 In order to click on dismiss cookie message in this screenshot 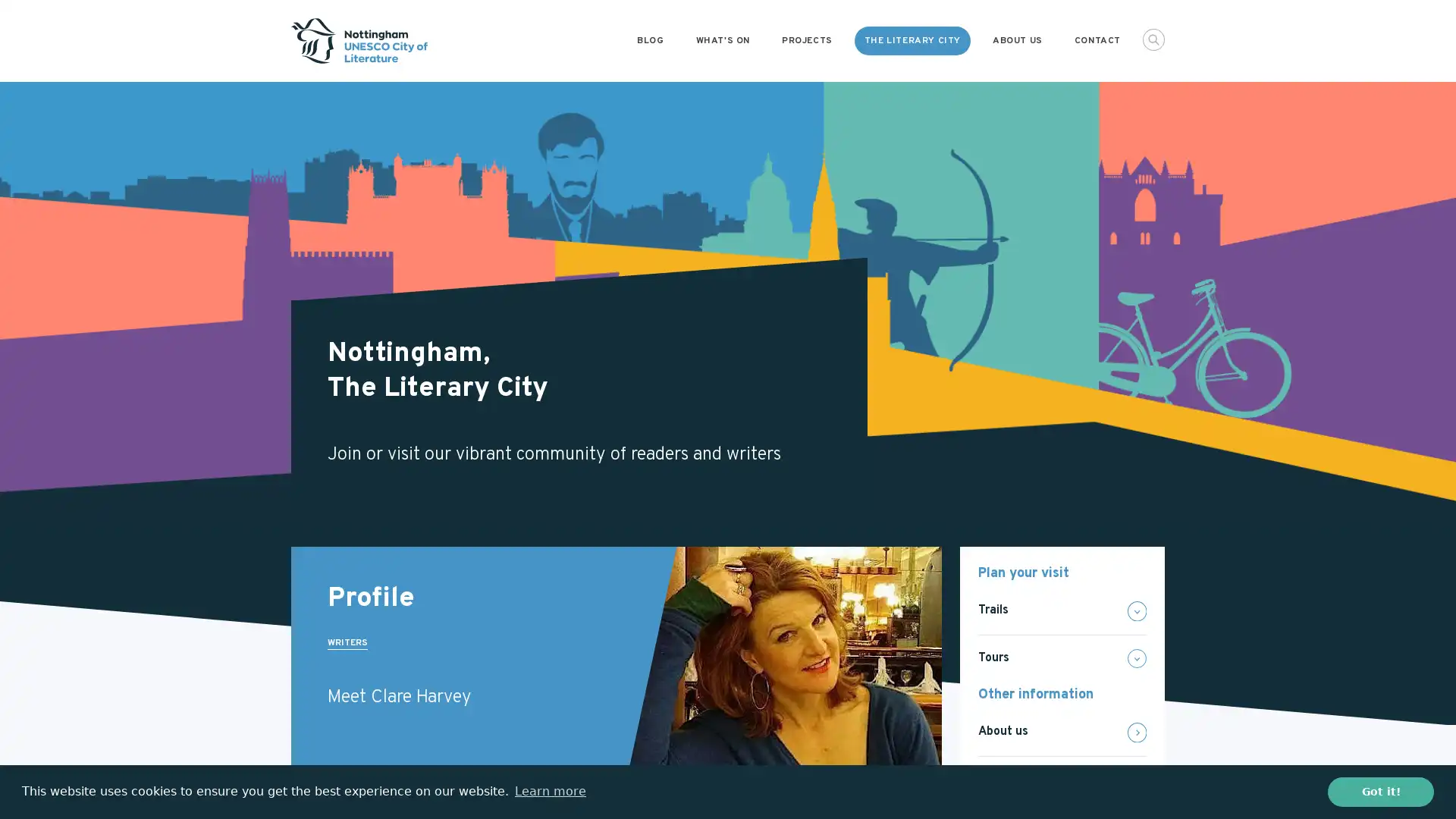, I will do `click(1380, 791)`.